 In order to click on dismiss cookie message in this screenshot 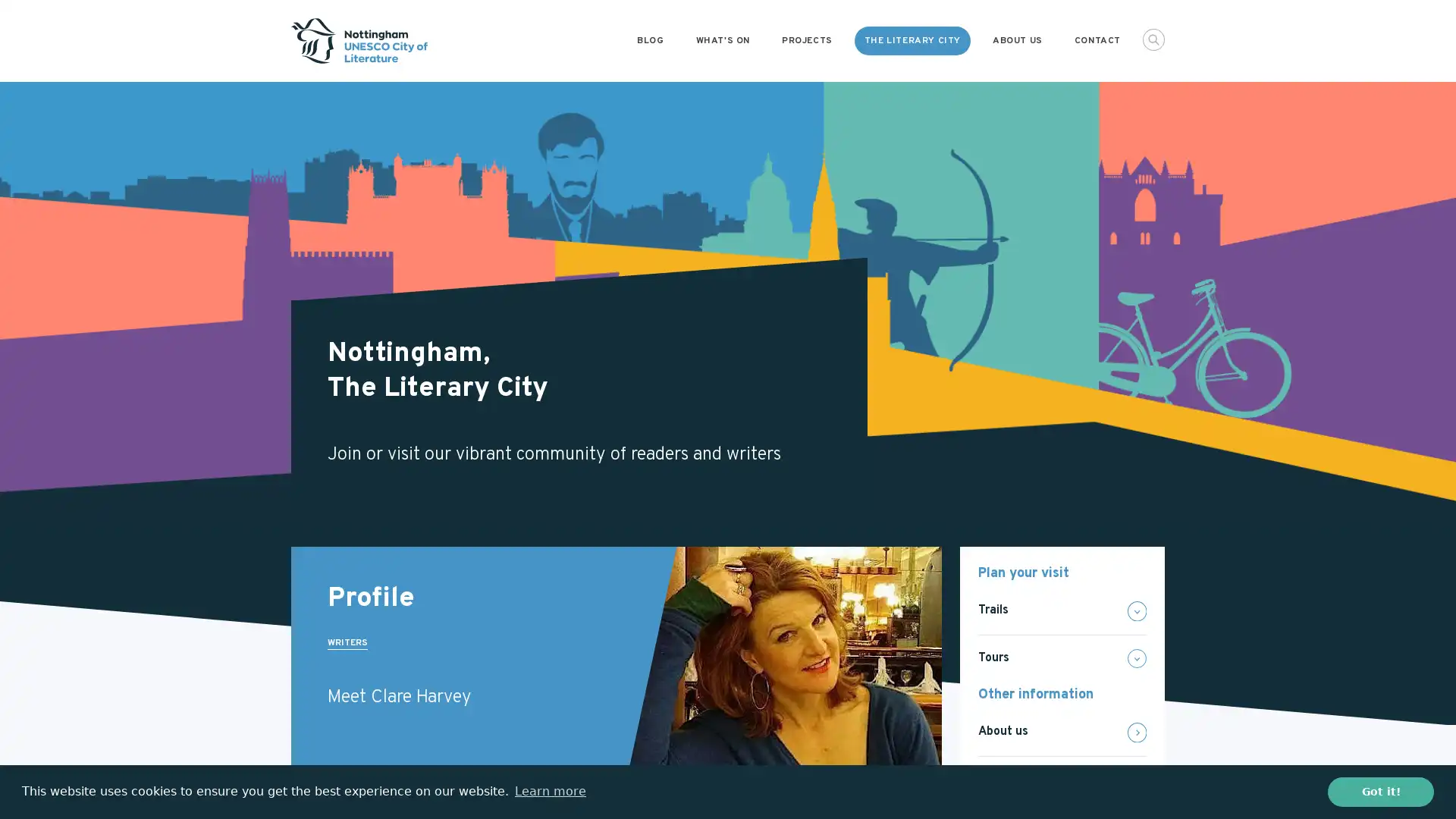, I will do `click(1380, 791)`.